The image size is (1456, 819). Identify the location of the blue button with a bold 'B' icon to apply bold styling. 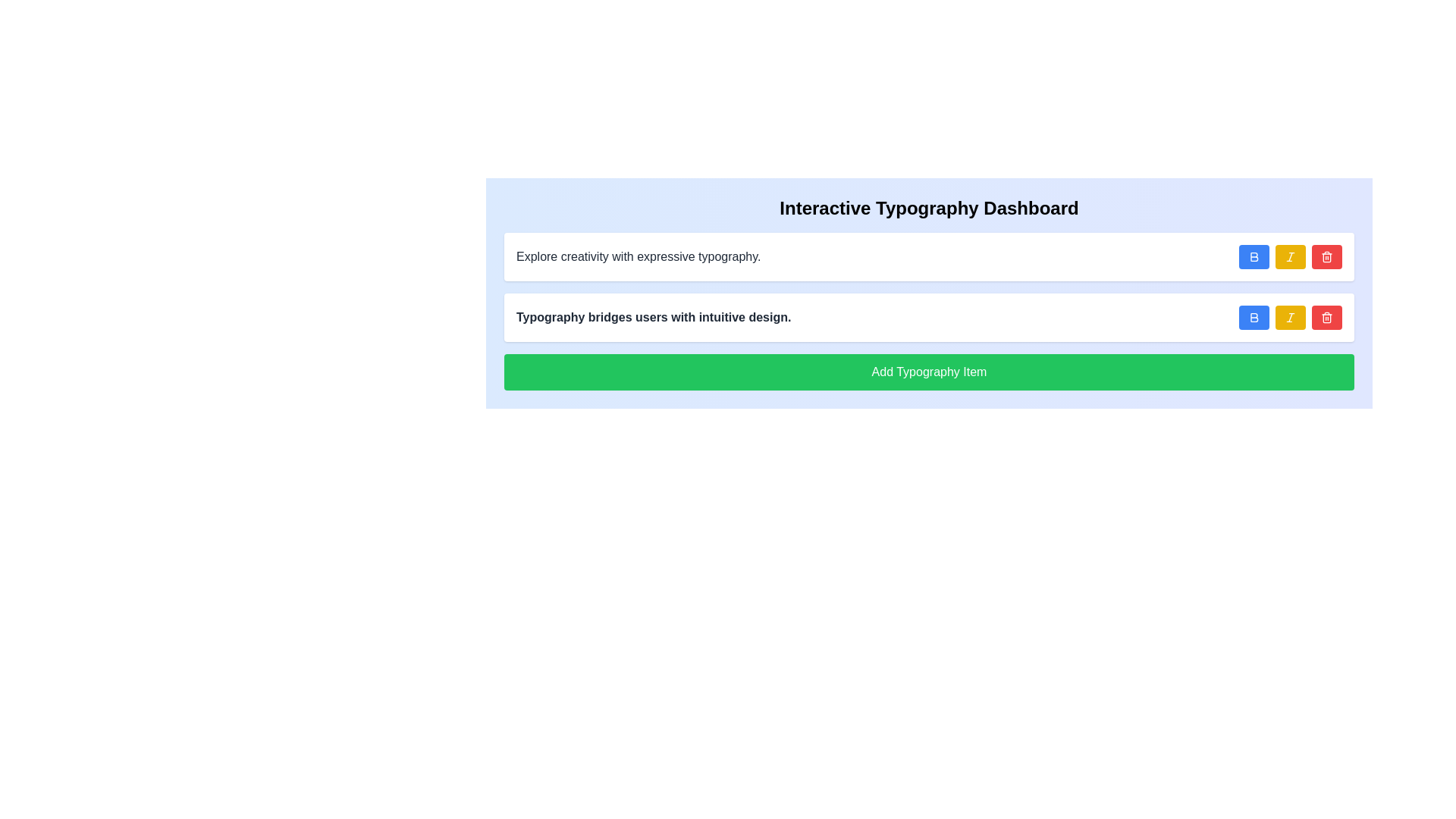
(1254, 317).